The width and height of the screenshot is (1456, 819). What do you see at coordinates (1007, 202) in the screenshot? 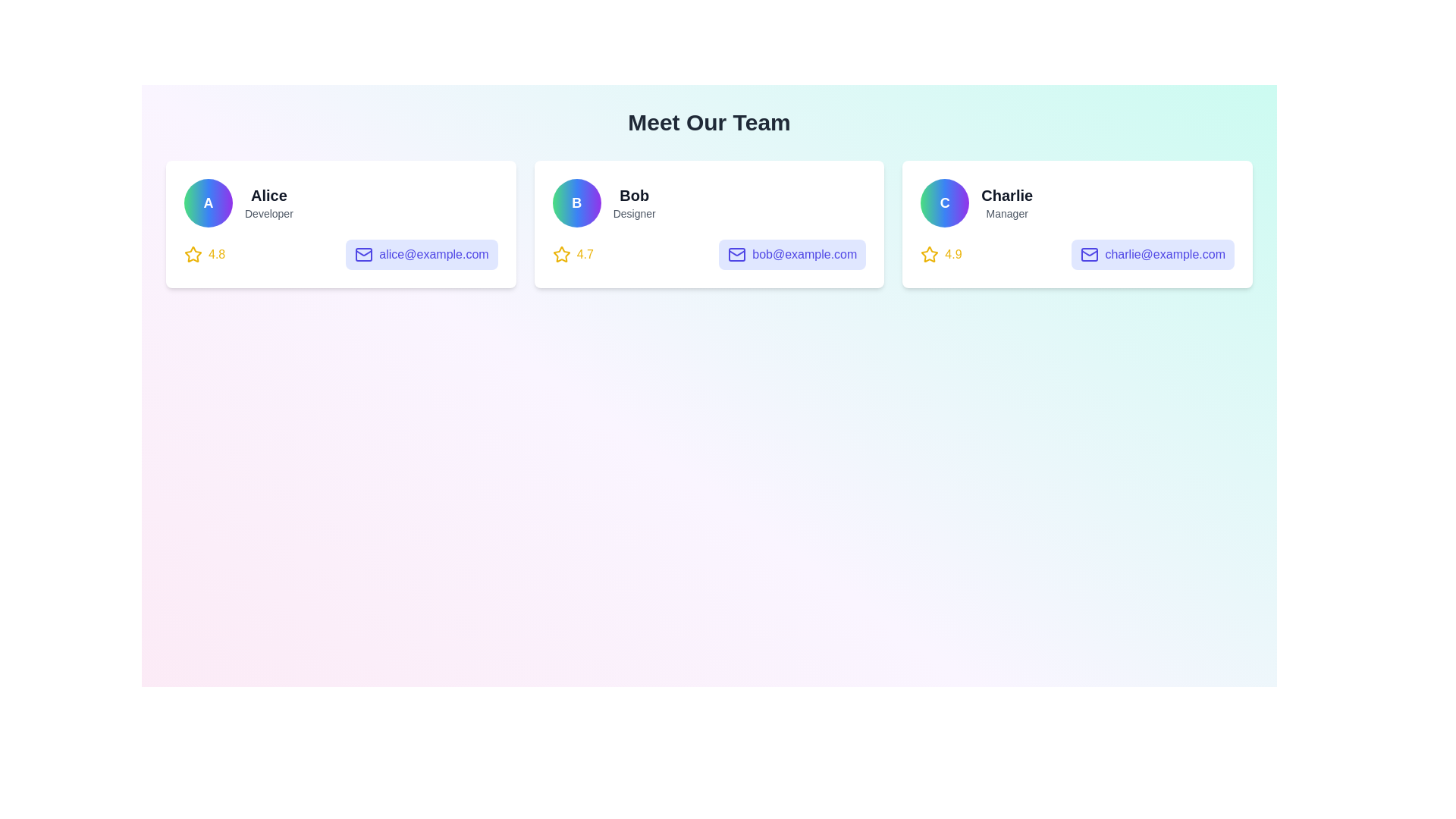
I see `the text element displaying 'Charlie' in bold dark gray and 'Manager' in light gray, located in the third profile card from the left, above the email address and rating information` at bounding box center [1007, 202].